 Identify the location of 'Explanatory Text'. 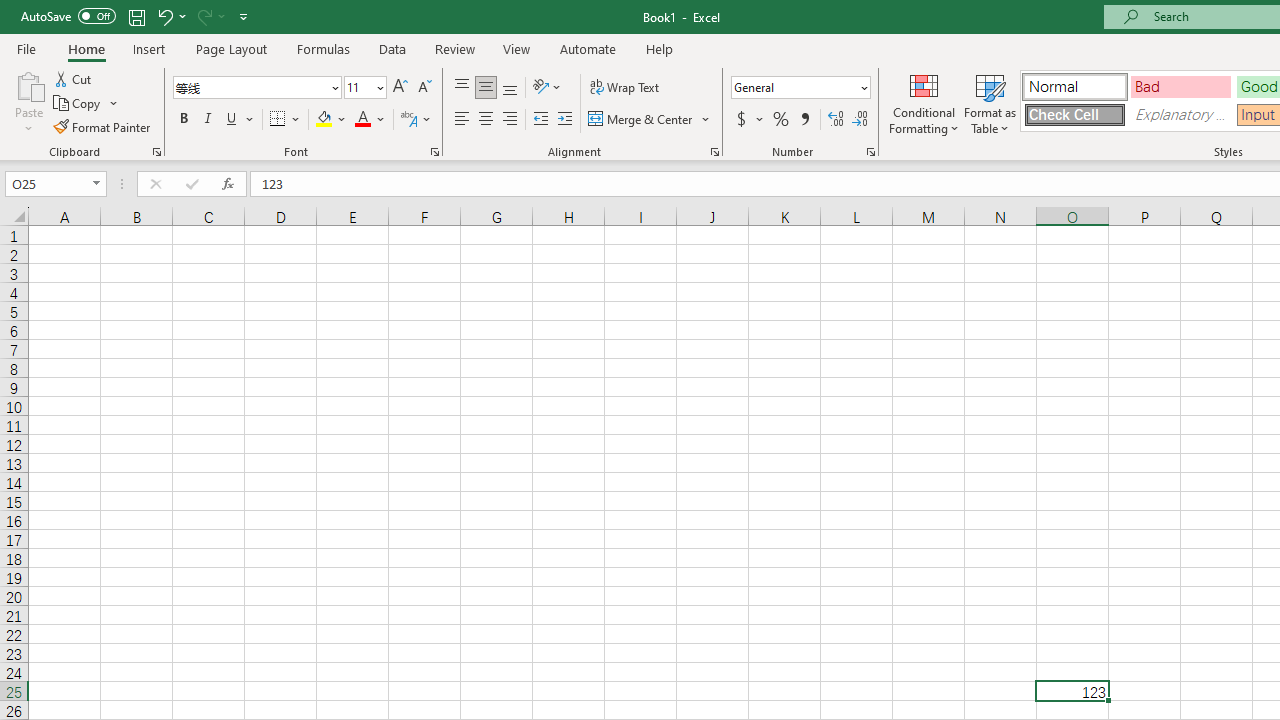
(1180, 114).